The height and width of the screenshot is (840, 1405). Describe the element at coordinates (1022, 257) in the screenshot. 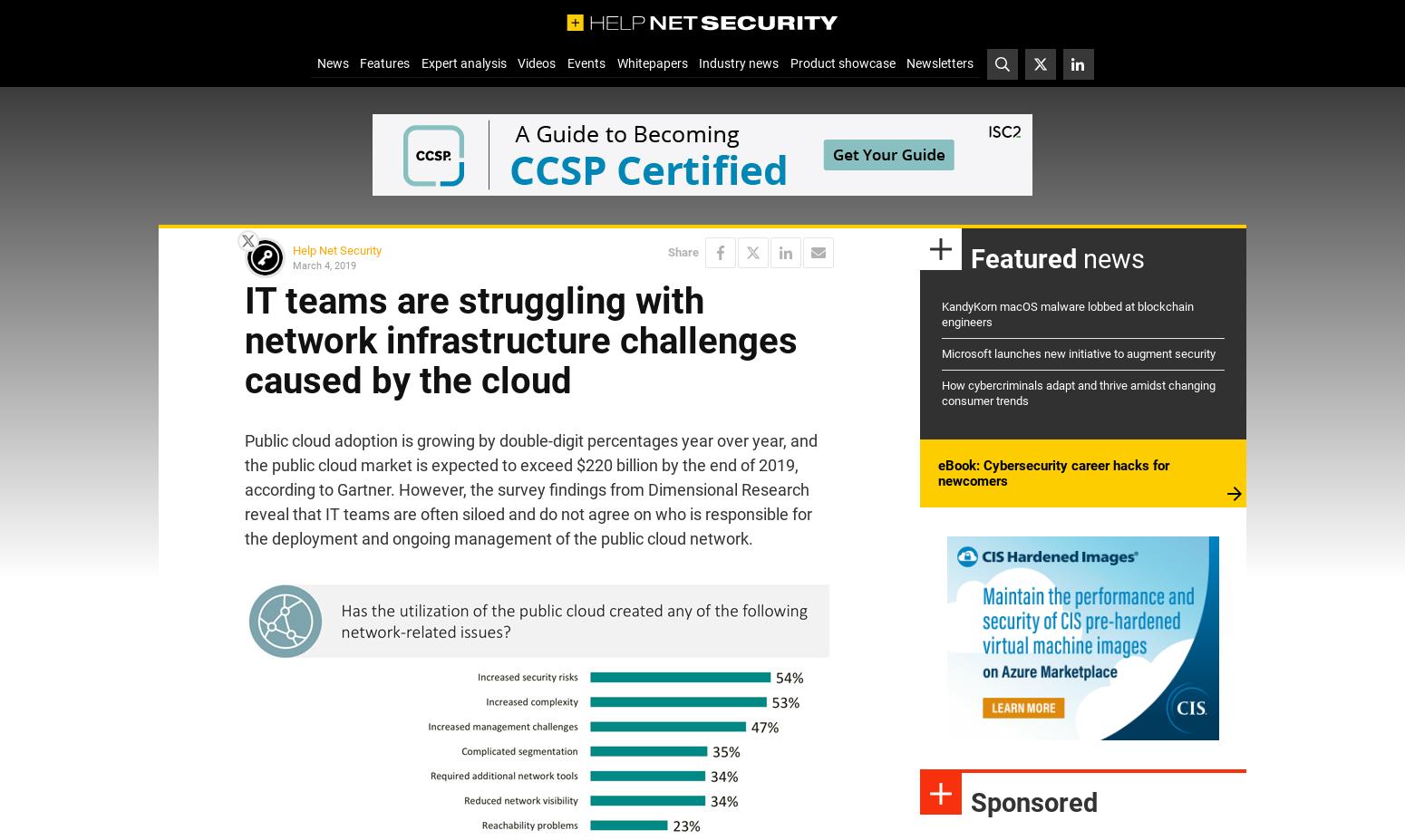

I see `'Featured'` at that location.